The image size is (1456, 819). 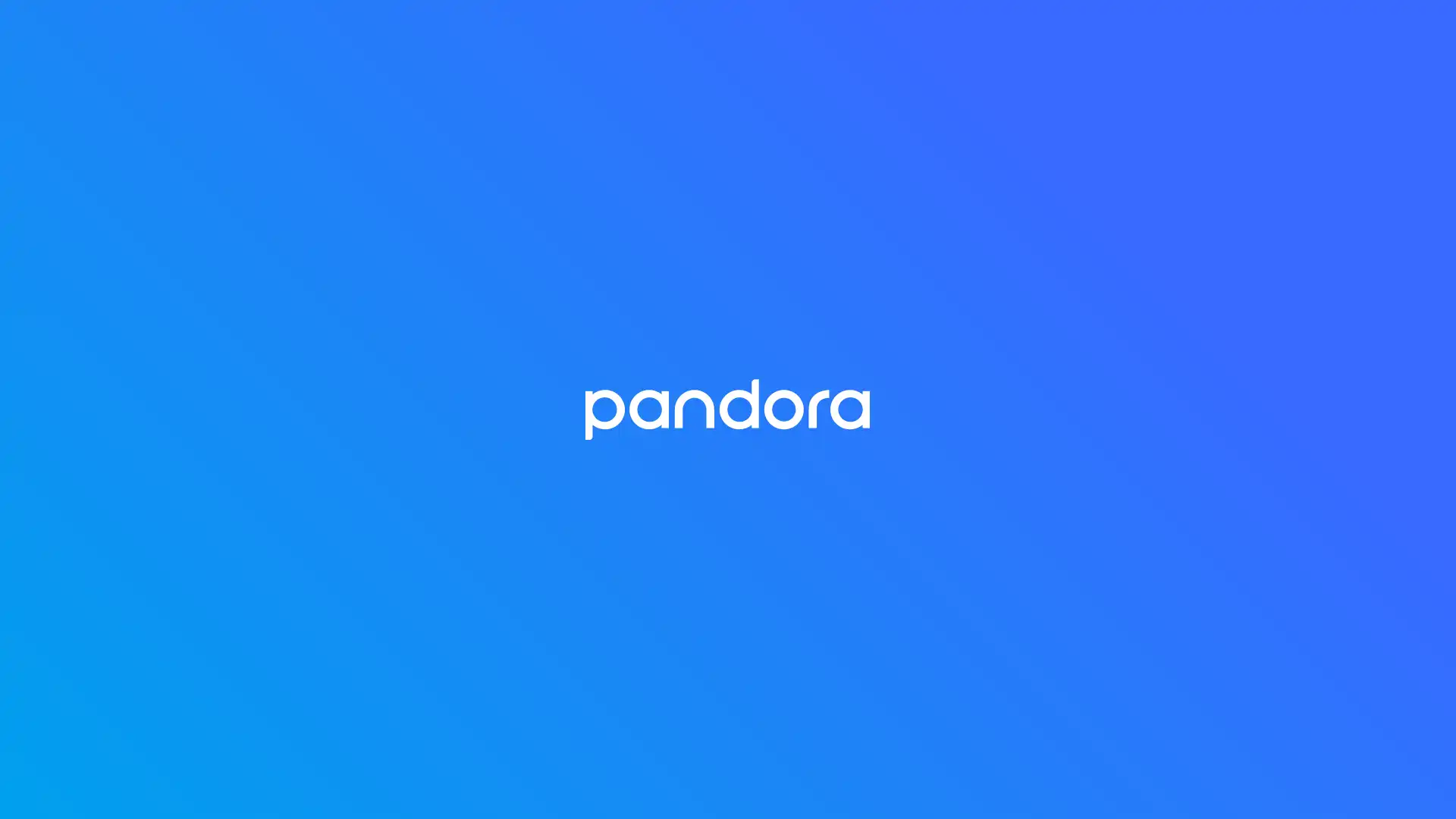 What do you see at coordinates (1256, 315) in the screenshot?
I see `36:33` at bounding box center [1256, 315].